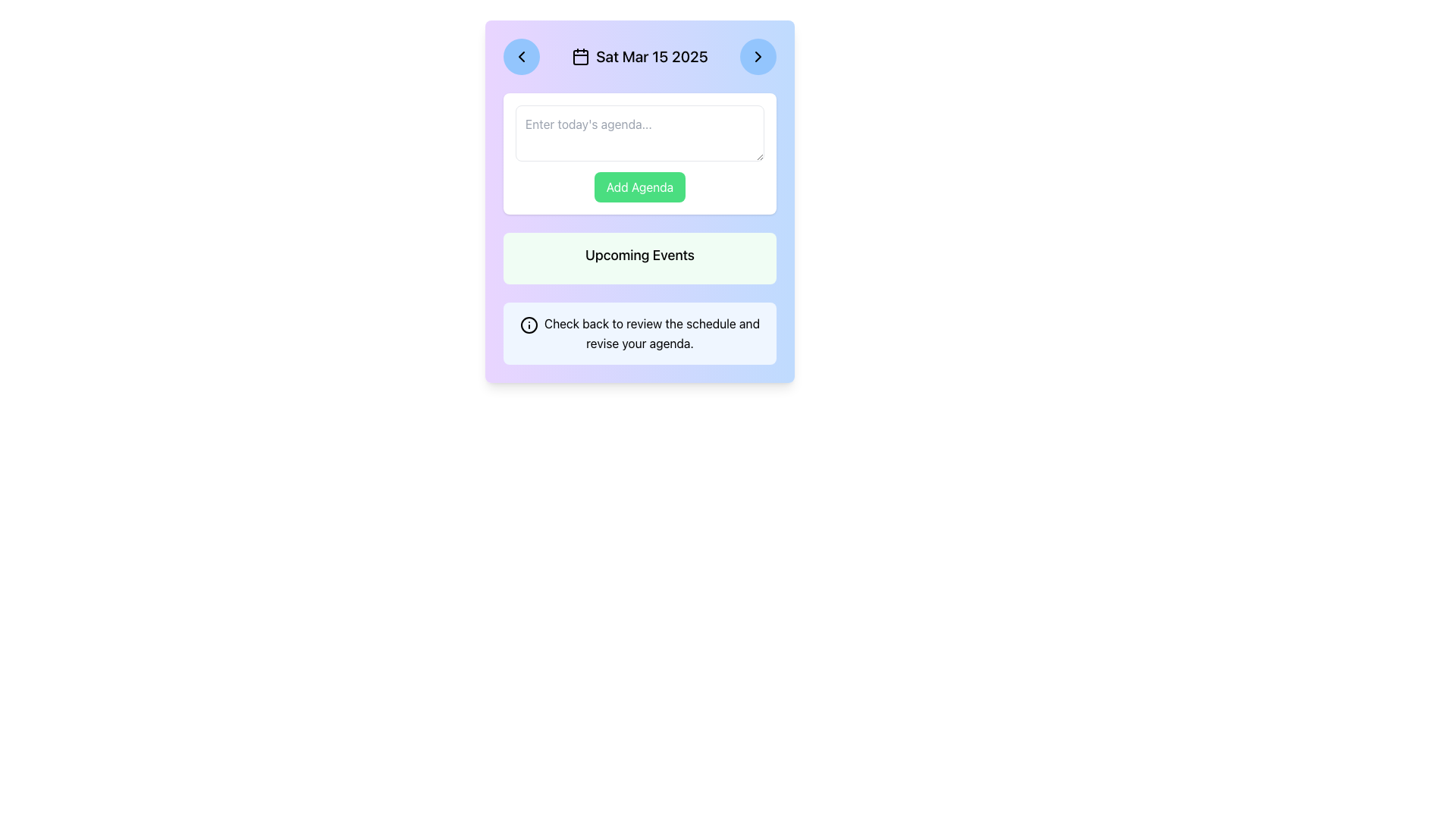 This screenshot has width=1456, height=819. Describe the element at coordinates (758, 55) in the screenshot. I see `the circular blue button with a black right-pointing chevron icon located at the rightmost position in the header area displaying the date 'Sat Mar 15 2025' to activate the hover effect` at that location.